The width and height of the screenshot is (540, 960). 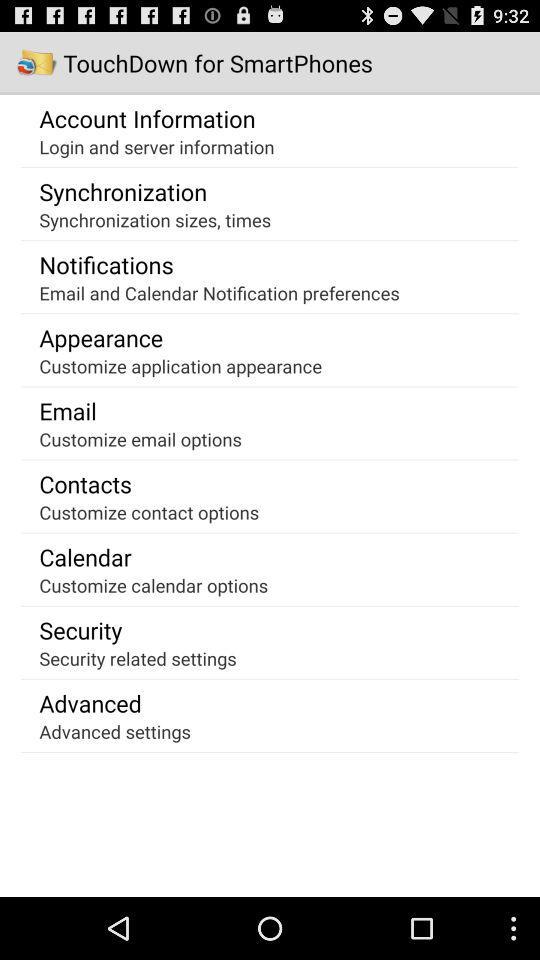 I want to click on app below security app, so click(x=137, y=657).